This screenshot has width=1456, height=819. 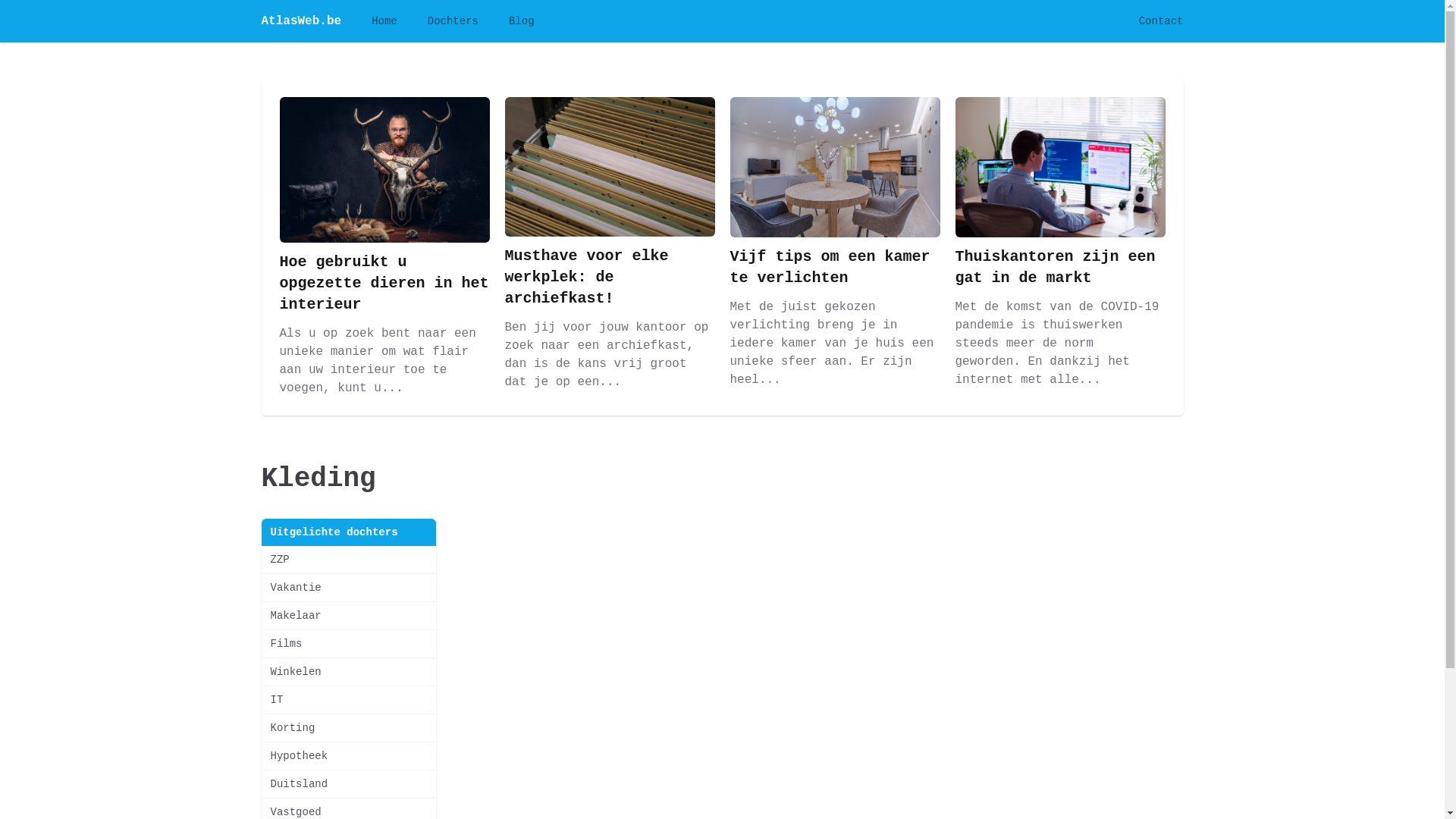 What do you see at coordinates (347, 727) in the screenshot?
I see `'Korting'` at bounding box center [347, 727].